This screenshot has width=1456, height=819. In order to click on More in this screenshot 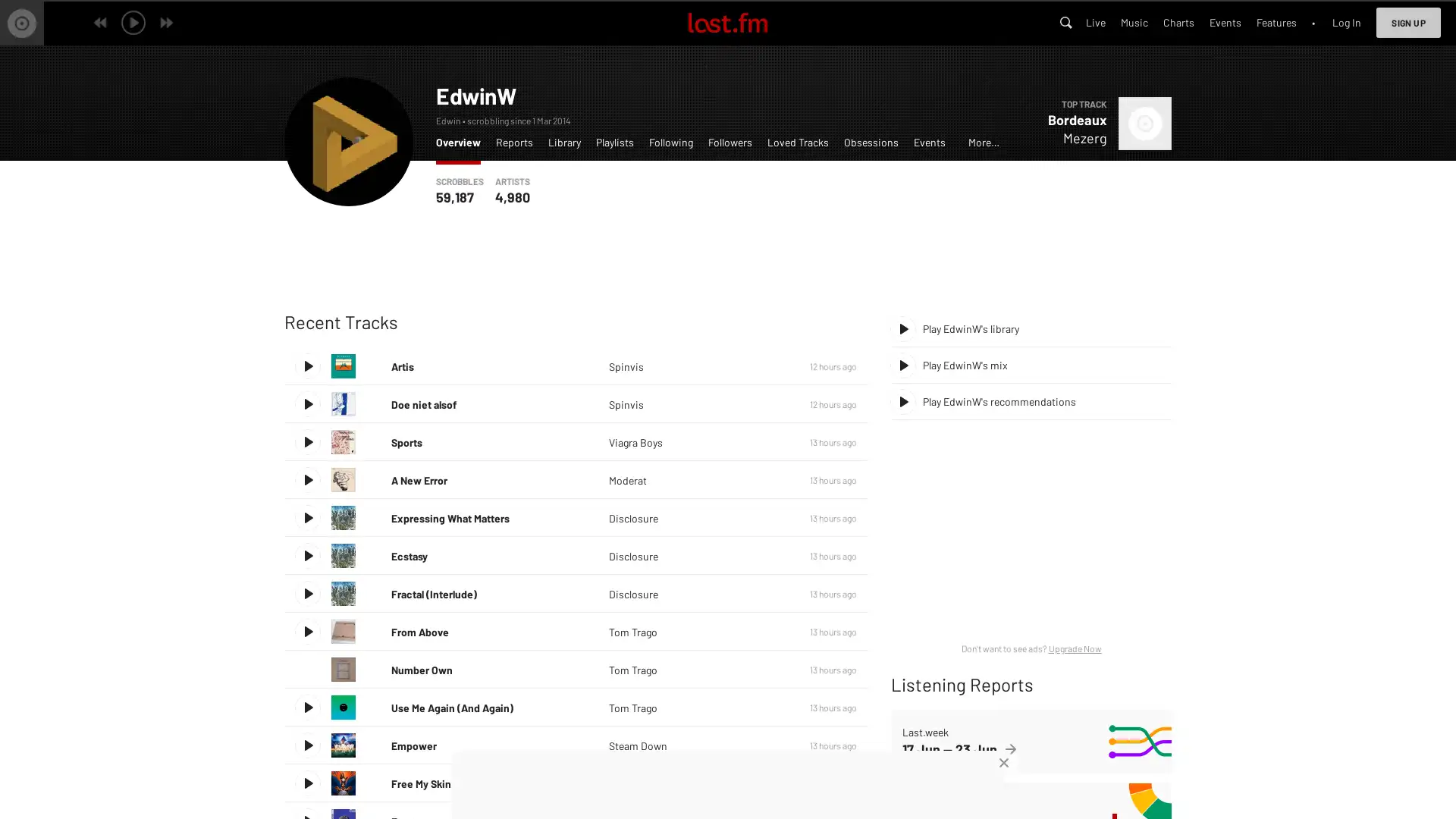, I will do `click(764, 708)`.